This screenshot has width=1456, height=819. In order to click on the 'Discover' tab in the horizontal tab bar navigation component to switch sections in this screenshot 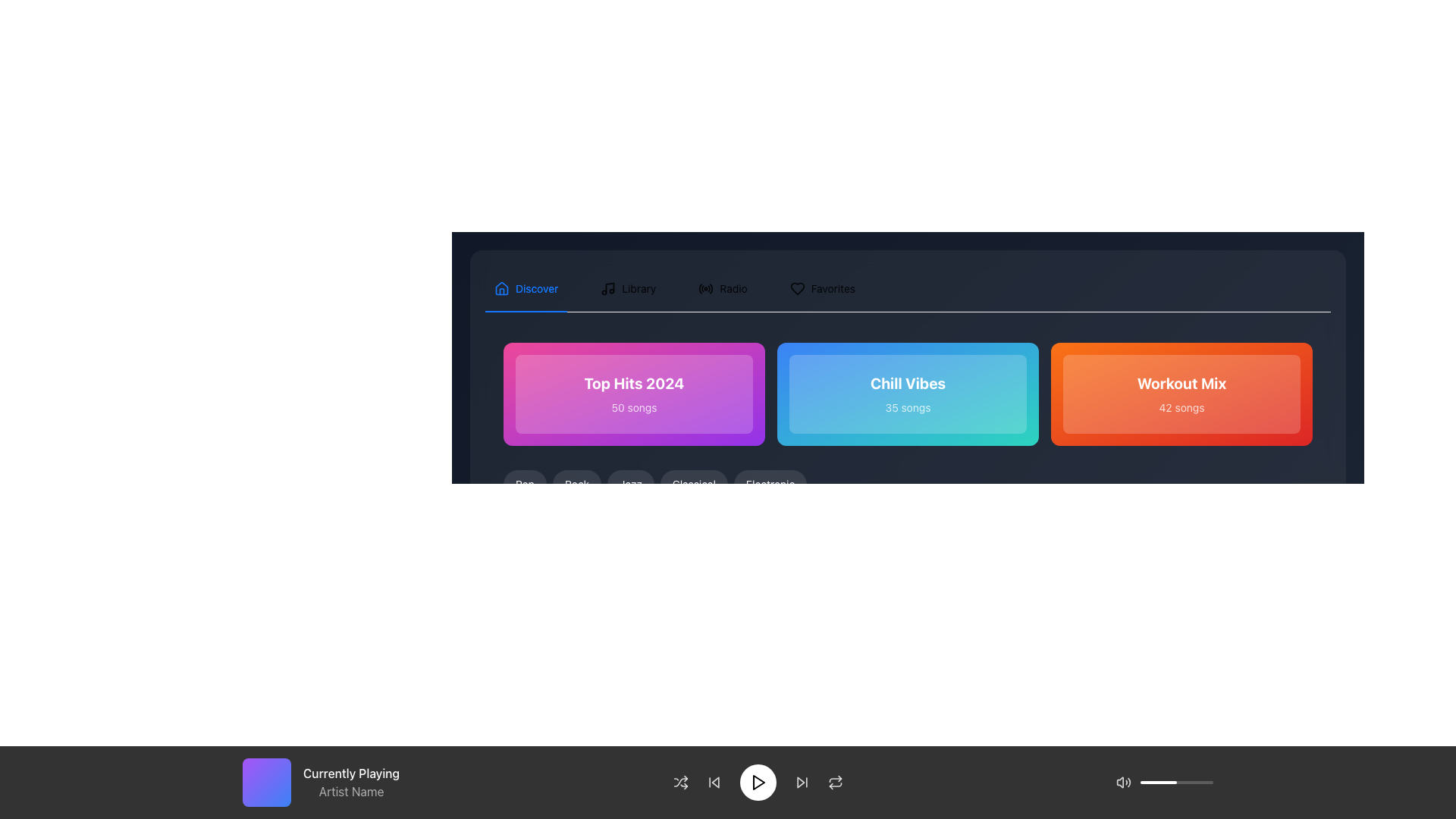, I will do `click(908, 289)`.